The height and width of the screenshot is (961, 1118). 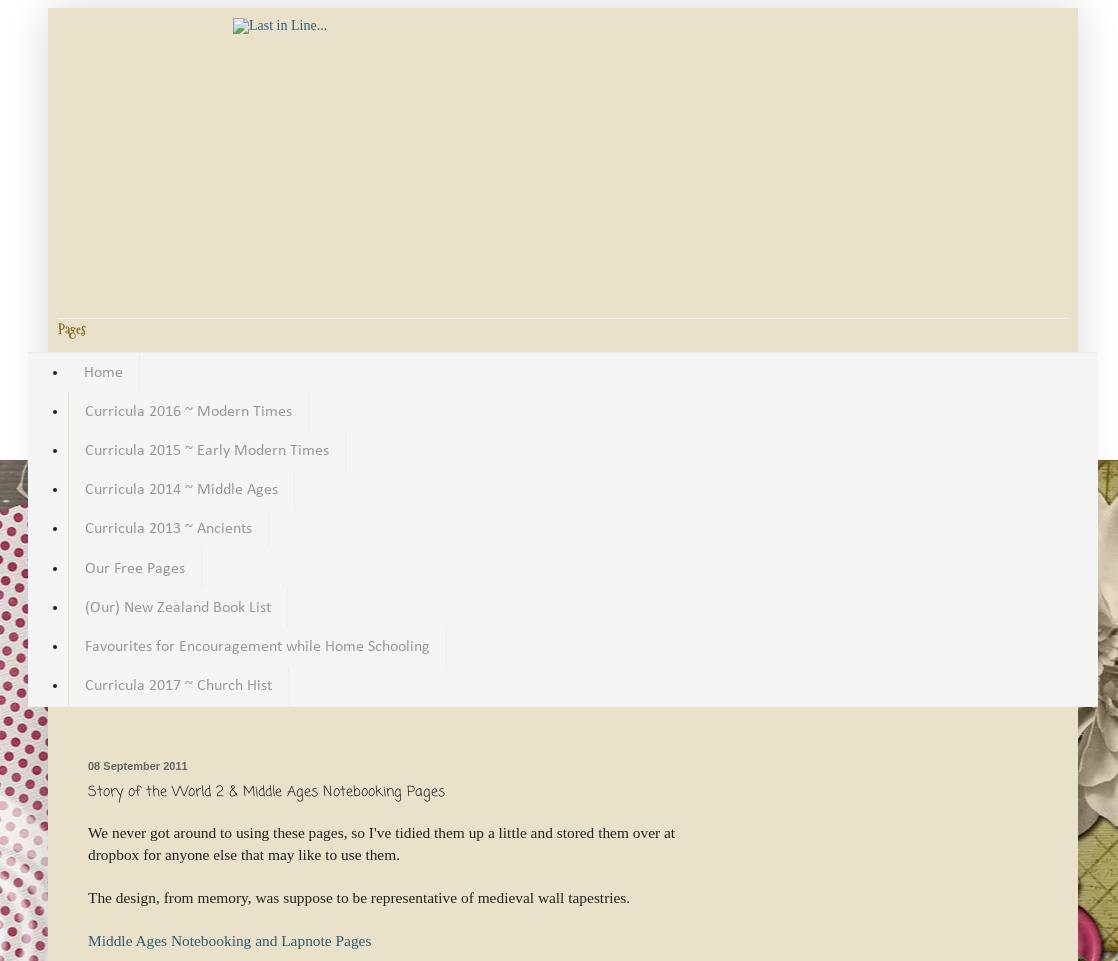 What do you see at coordinates (103, 371) in the screenshot?
I see `'Home'` at bounding box center [103, 371].